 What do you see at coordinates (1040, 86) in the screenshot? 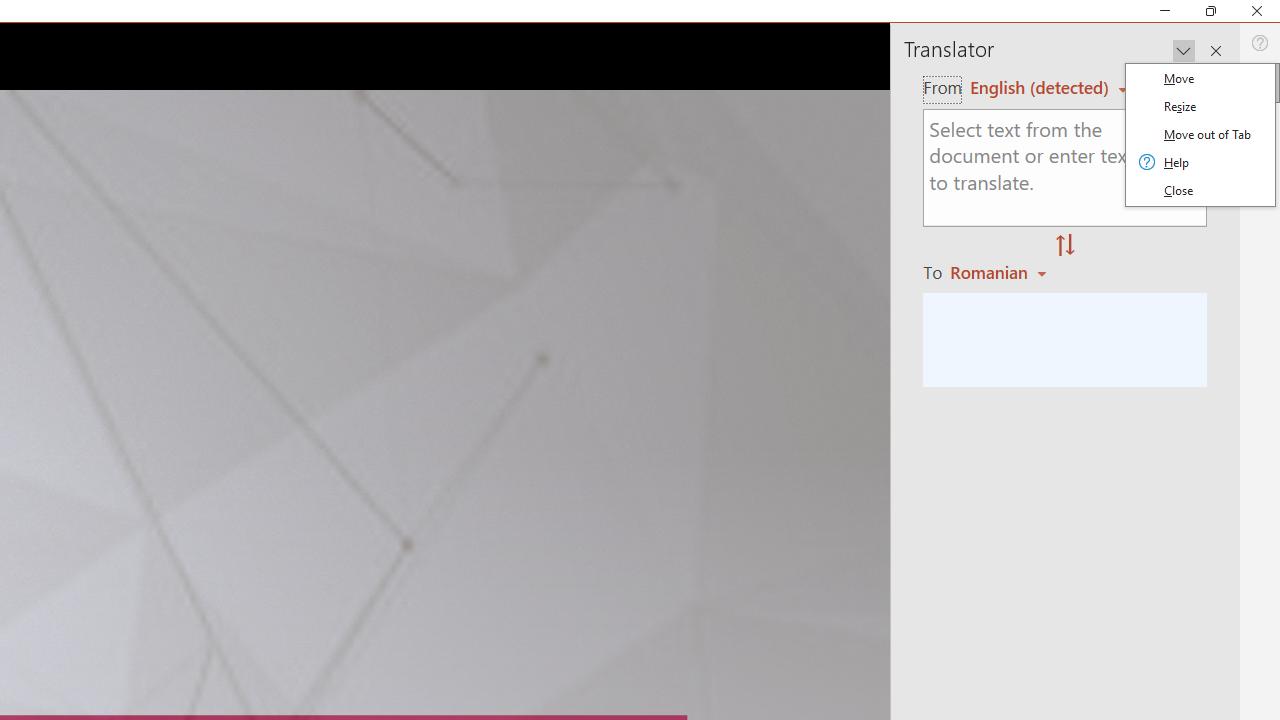
I see `'Czech (detected)'` at bounding box center [1040, 86].